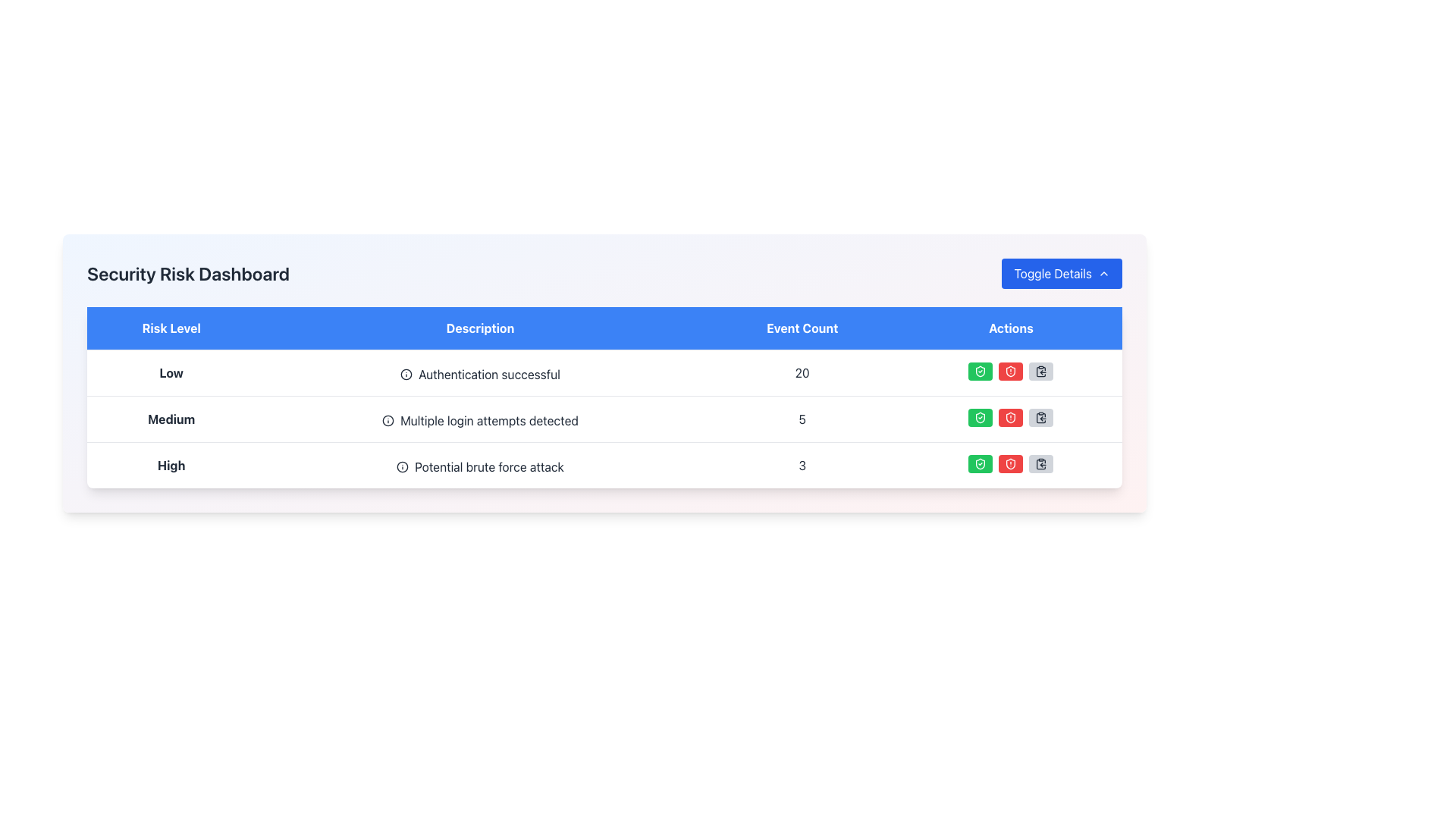  I want to click on the 'shield with a checkmark' icon located in the 'Actions' column of the first row, which corresponds to the 'Low' risk level, so click(981, 371).